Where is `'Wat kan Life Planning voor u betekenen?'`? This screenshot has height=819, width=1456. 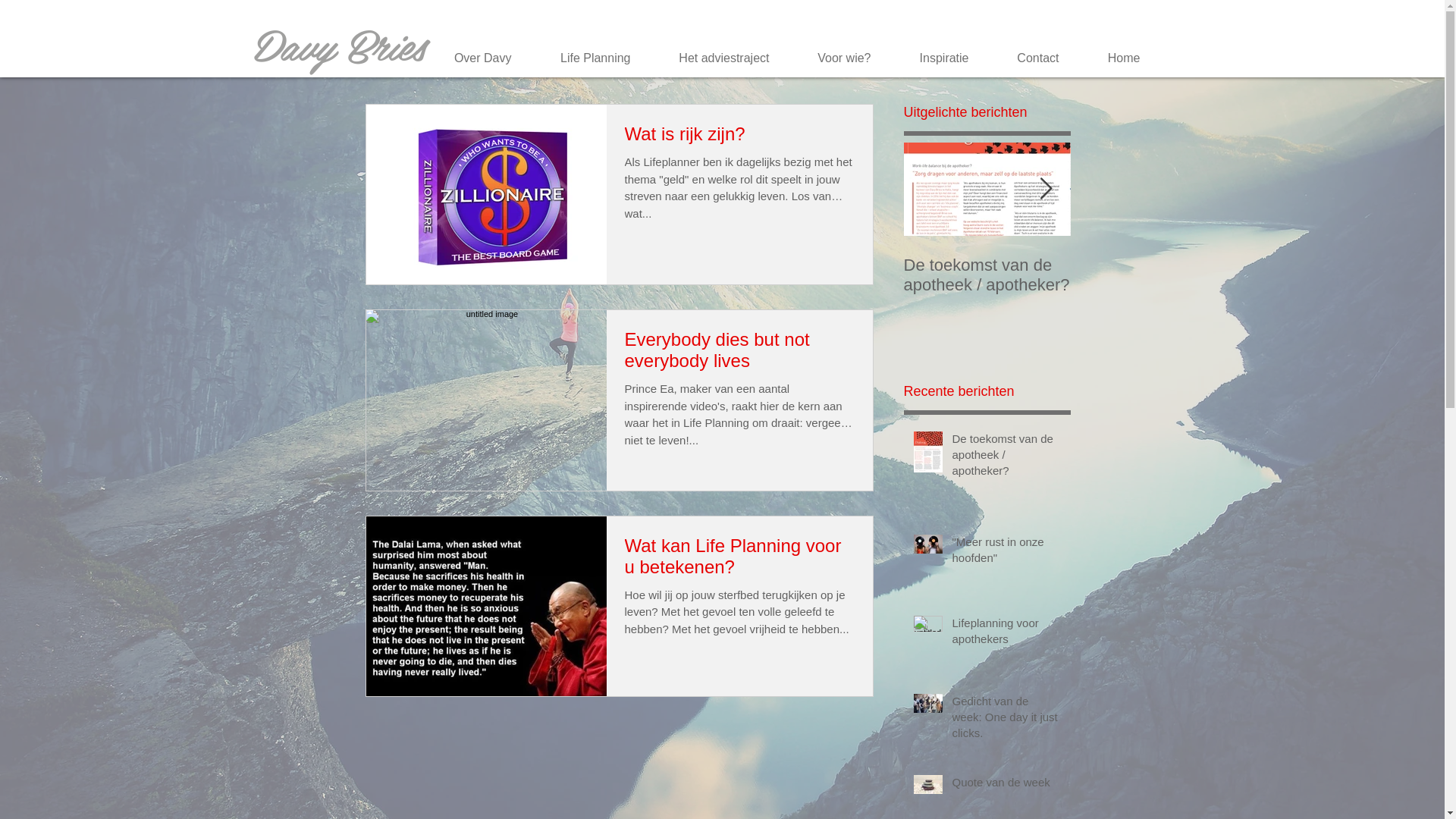
'Wat kan Life Planning voor u betekenen?' is located at coordinates (625, 560).